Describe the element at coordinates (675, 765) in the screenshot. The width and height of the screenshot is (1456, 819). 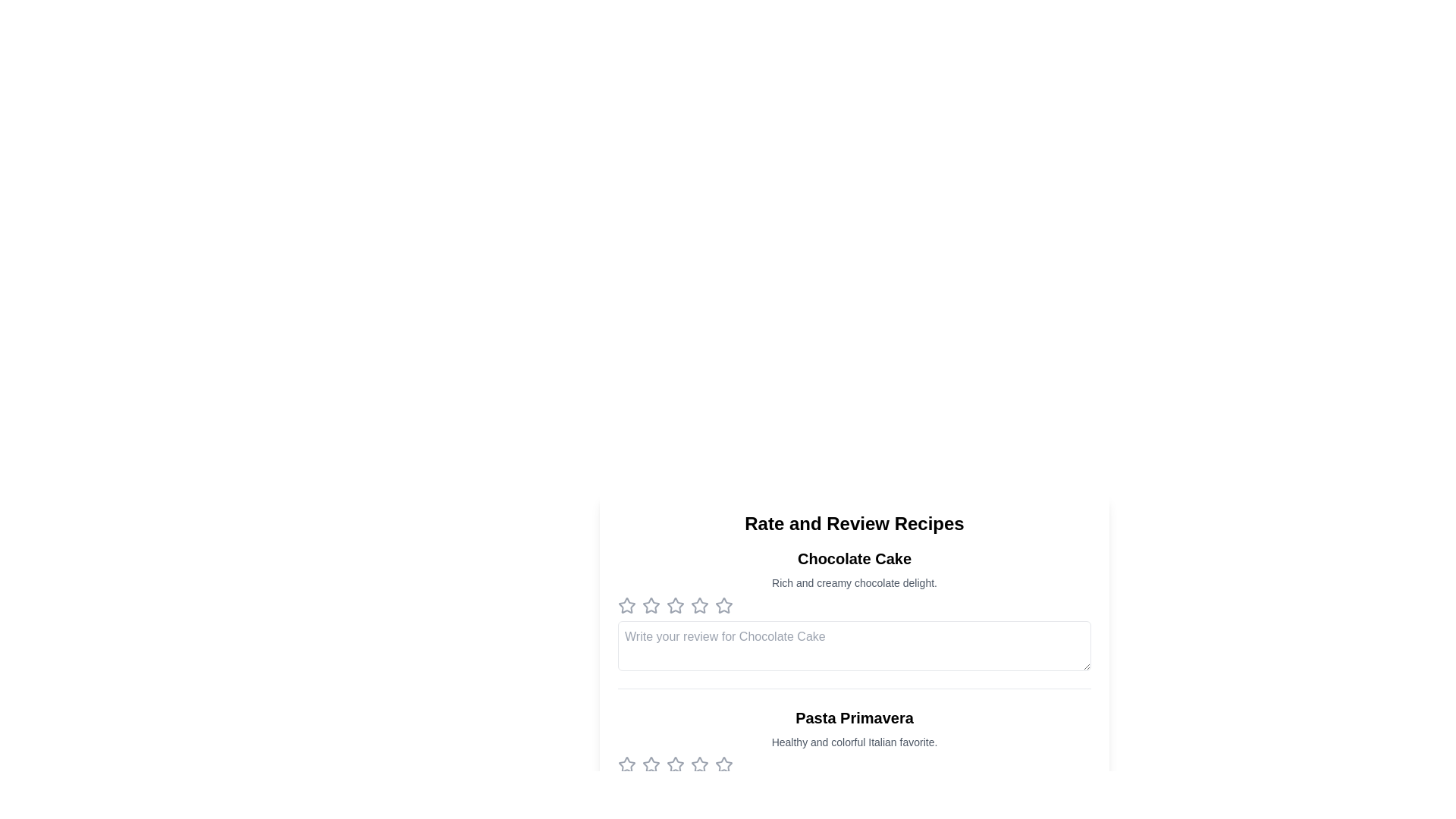
I see `the third star-shaped rating button located below the 'Pasta Primavera' heading to rate it` at that location.